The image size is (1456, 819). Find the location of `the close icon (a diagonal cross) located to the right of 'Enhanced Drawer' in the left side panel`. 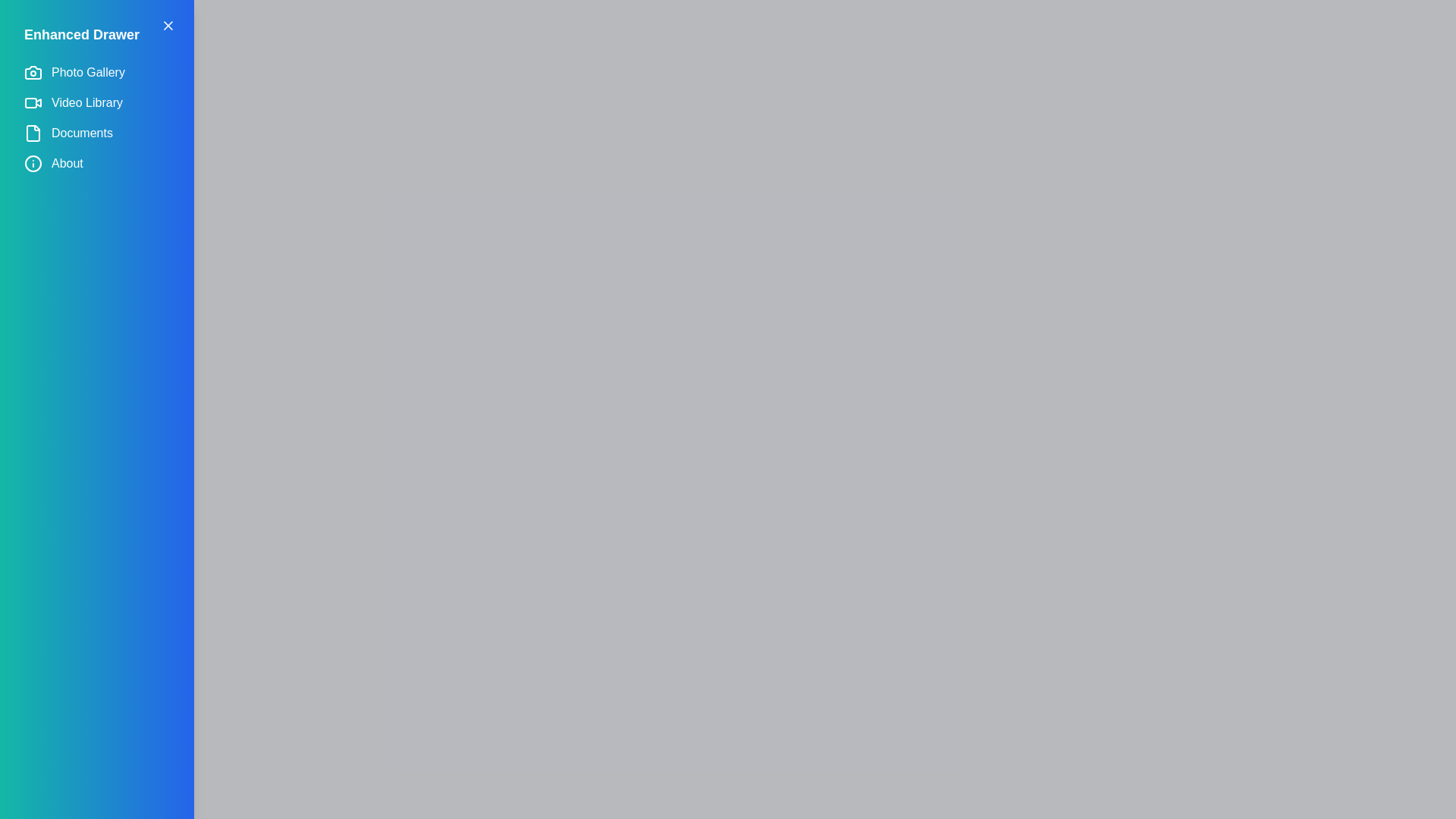

the close icon (a diagonal cross) located to the right of 'Enhanced Drawer' in the left side panel is located at coordinates (168, 26).